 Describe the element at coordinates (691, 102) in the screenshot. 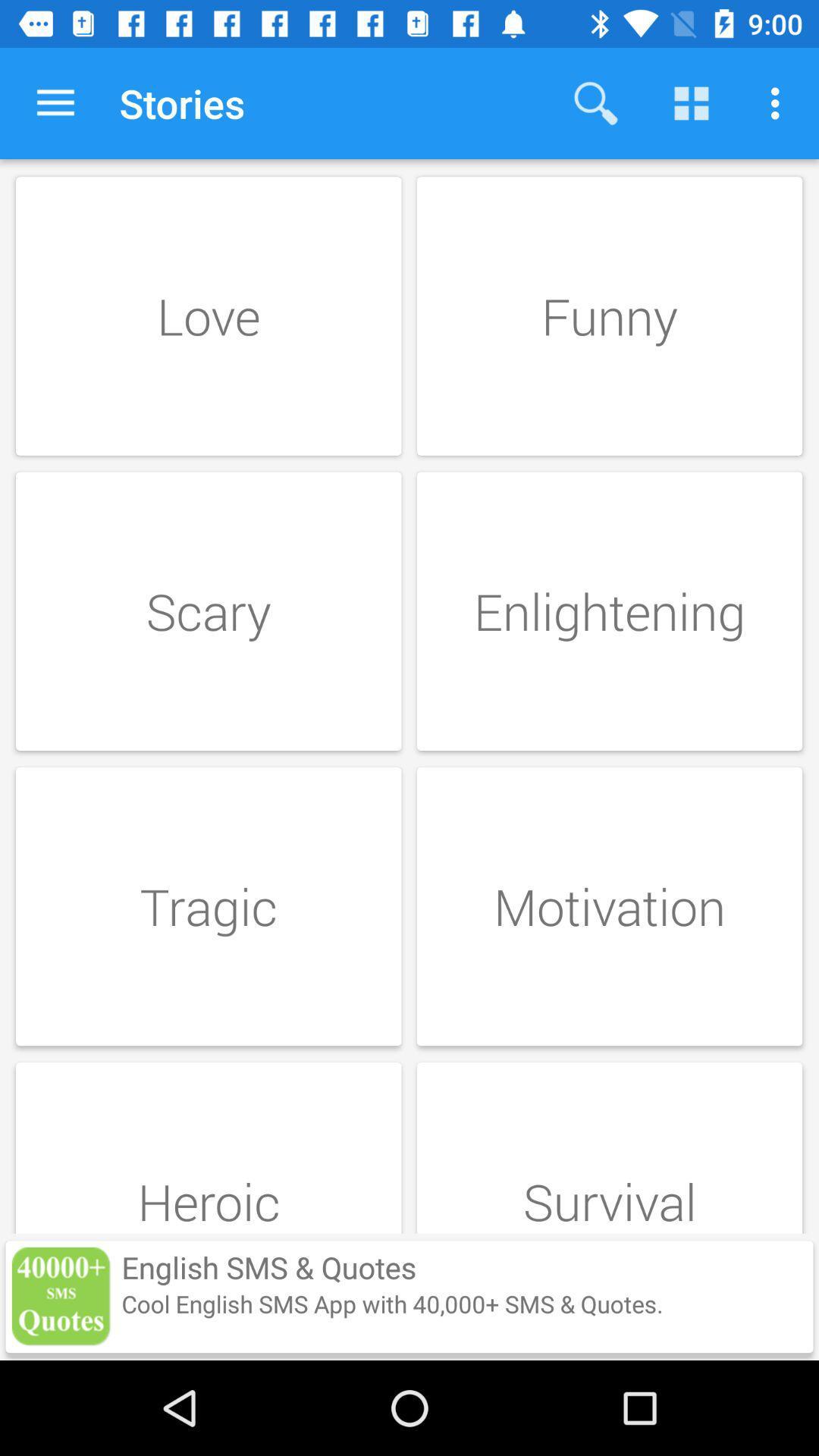

I see `item above the funny item` at that location.